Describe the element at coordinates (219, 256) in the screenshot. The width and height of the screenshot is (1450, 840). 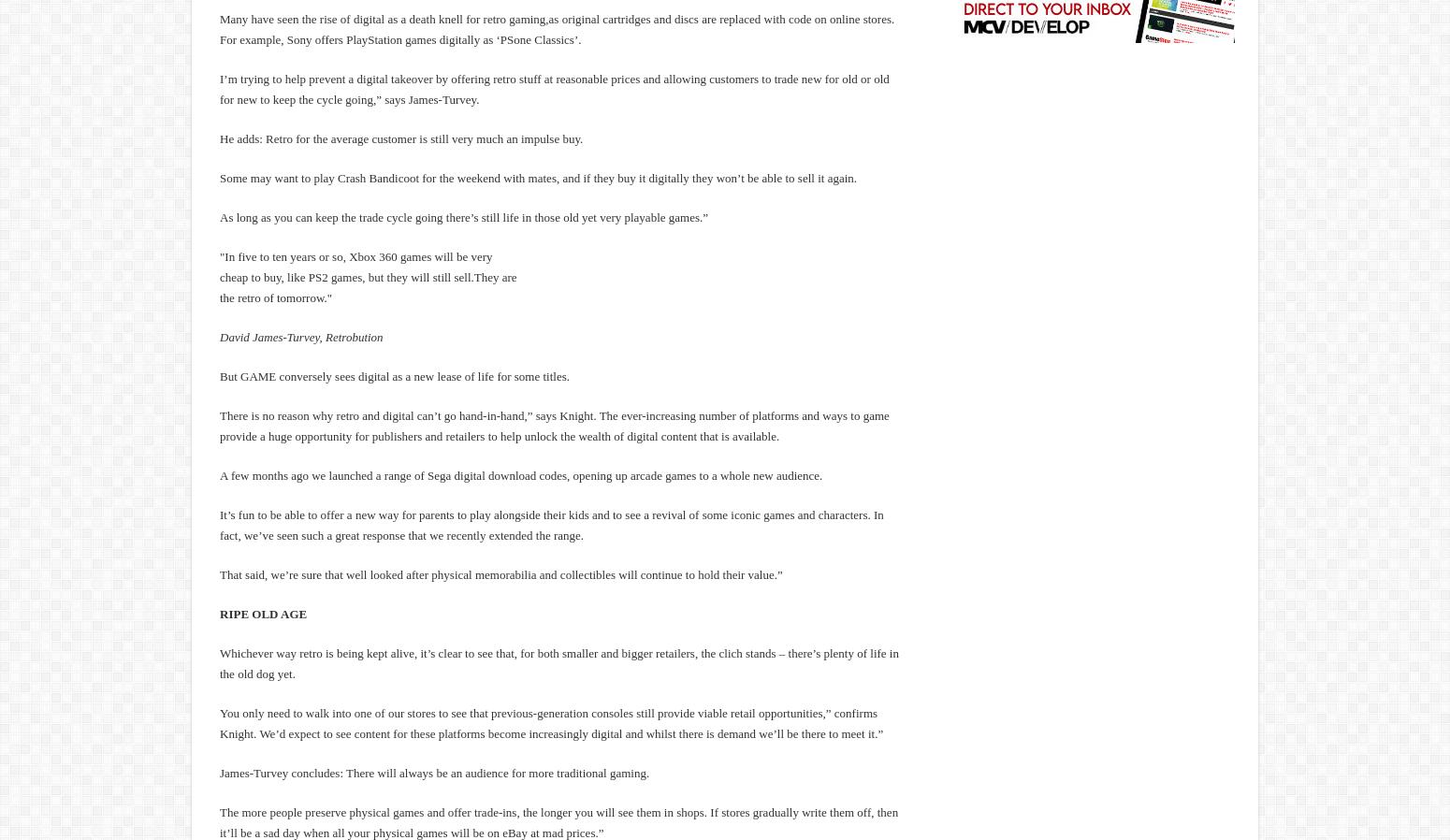
I see `'"In five to ten years or so, Xbox 360 games will be very'` at that location.